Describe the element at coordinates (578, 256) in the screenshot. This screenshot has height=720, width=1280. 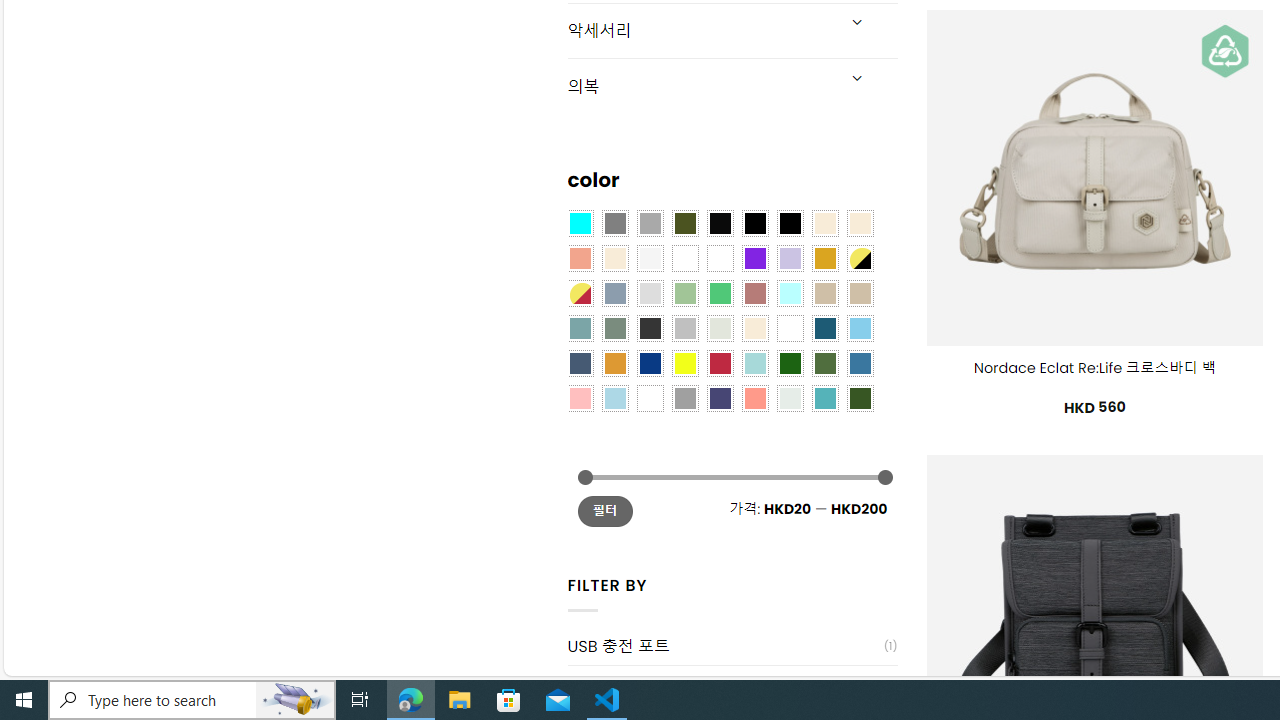
I see `'Coral'` at that location.